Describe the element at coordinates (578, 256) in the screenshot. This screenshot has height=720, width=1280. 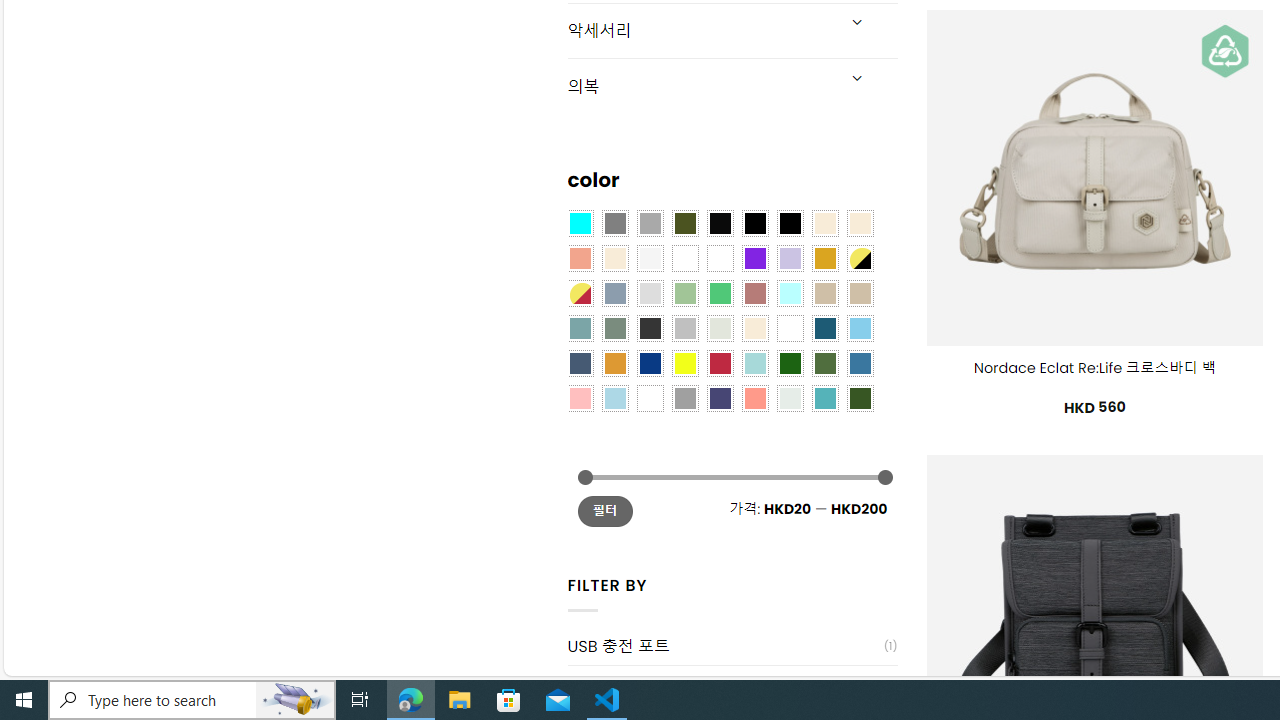
I see `'Coral'` at that location.